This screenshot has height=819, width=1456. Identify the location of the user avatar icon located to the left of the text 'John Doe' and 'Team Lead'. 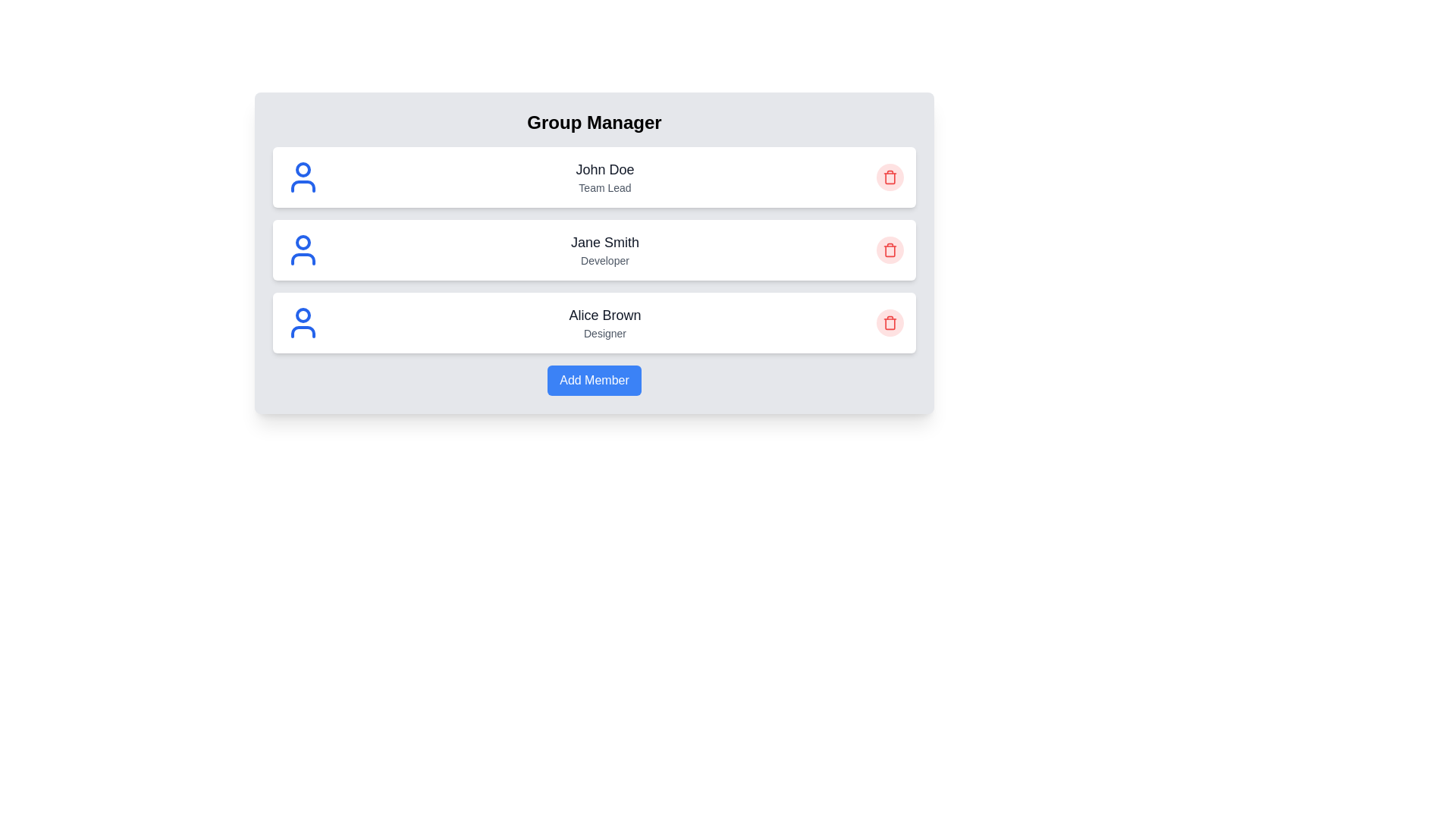
(303, 177).